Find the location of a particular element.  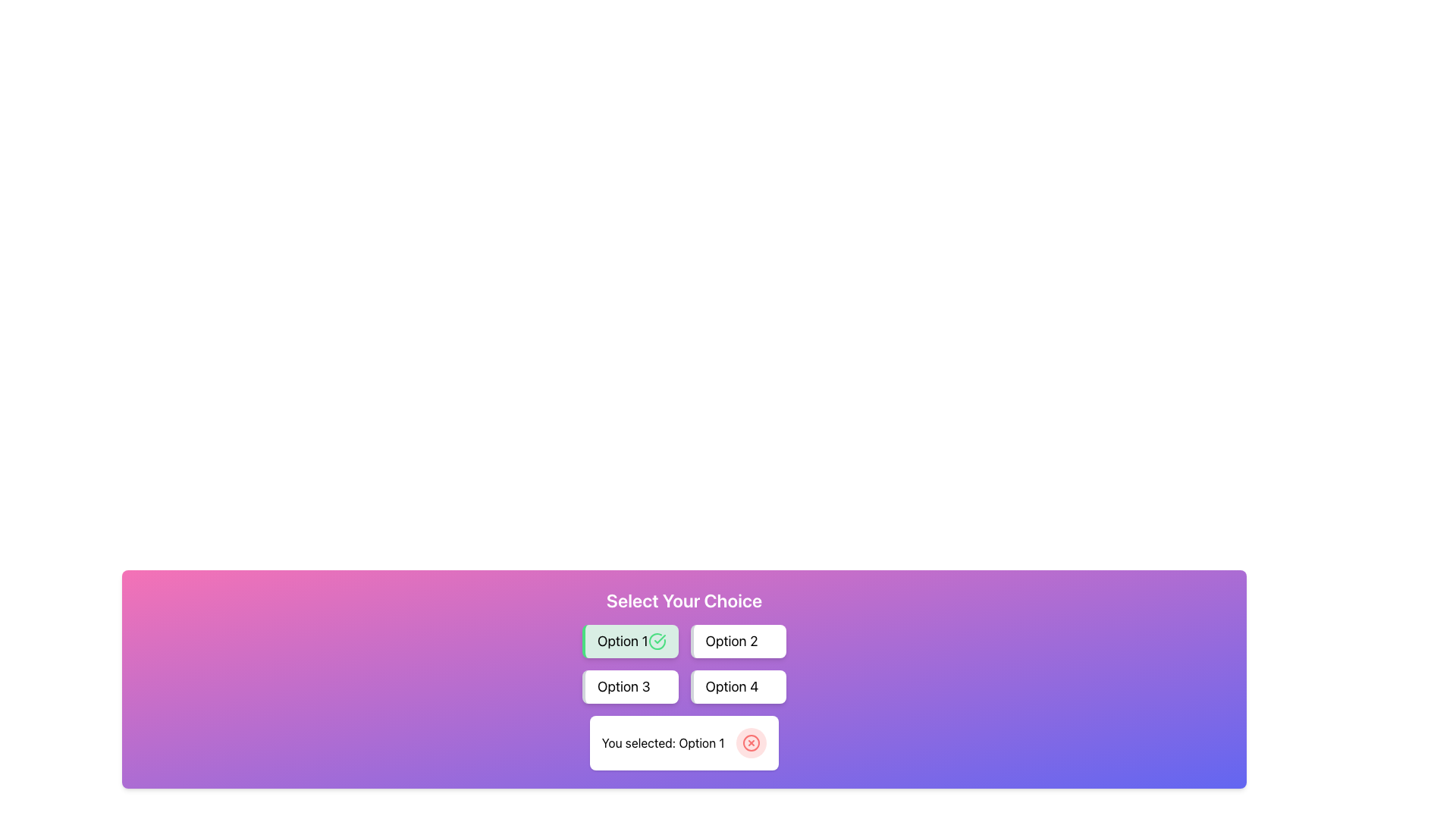

the 'Option 3' button located in the bottom-left section of the grid for keyboard navigation is located at coordinates (630, 687).